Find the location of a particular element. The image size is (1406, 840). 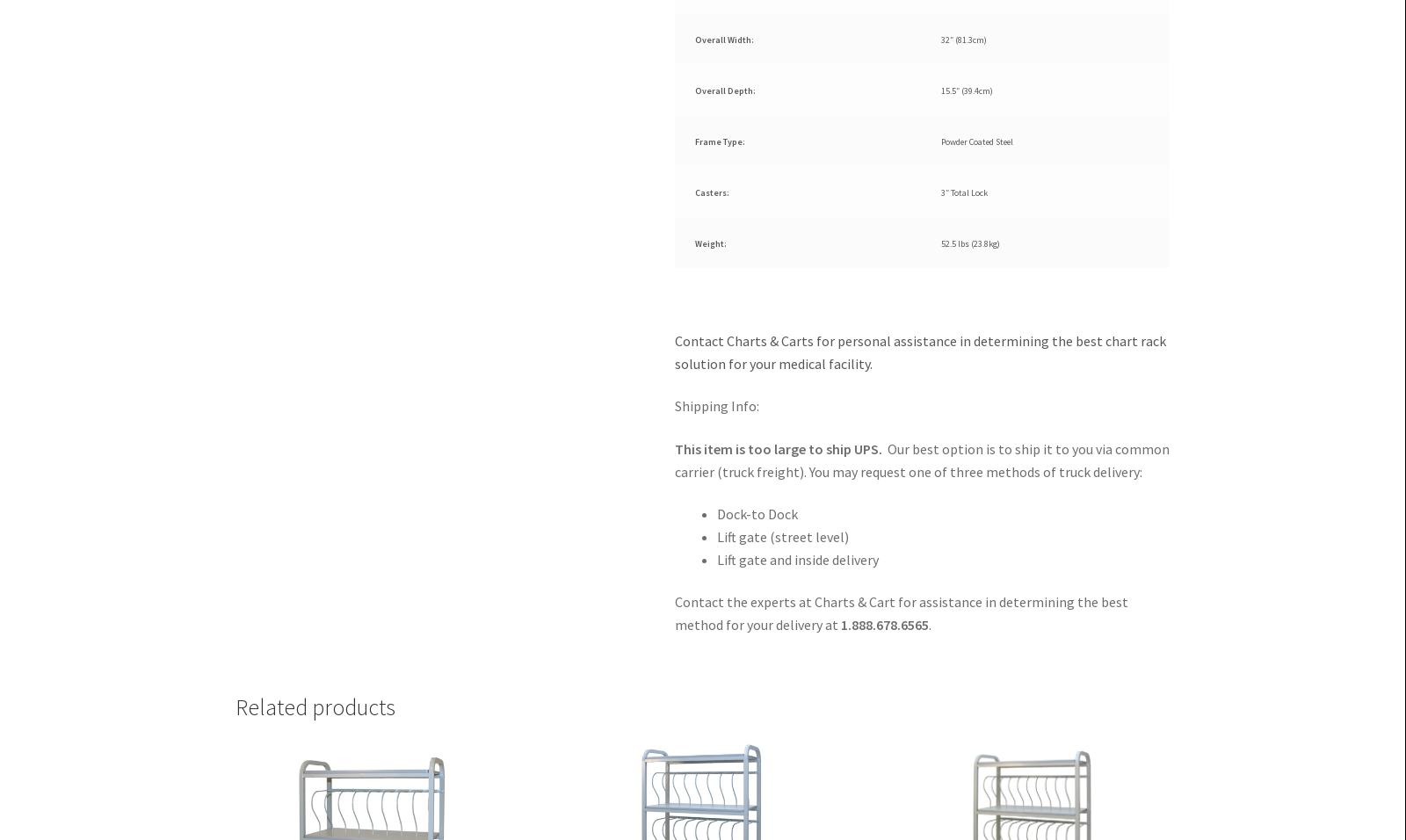

'Lift gate (street level)' is located at coordinates (782, 536).